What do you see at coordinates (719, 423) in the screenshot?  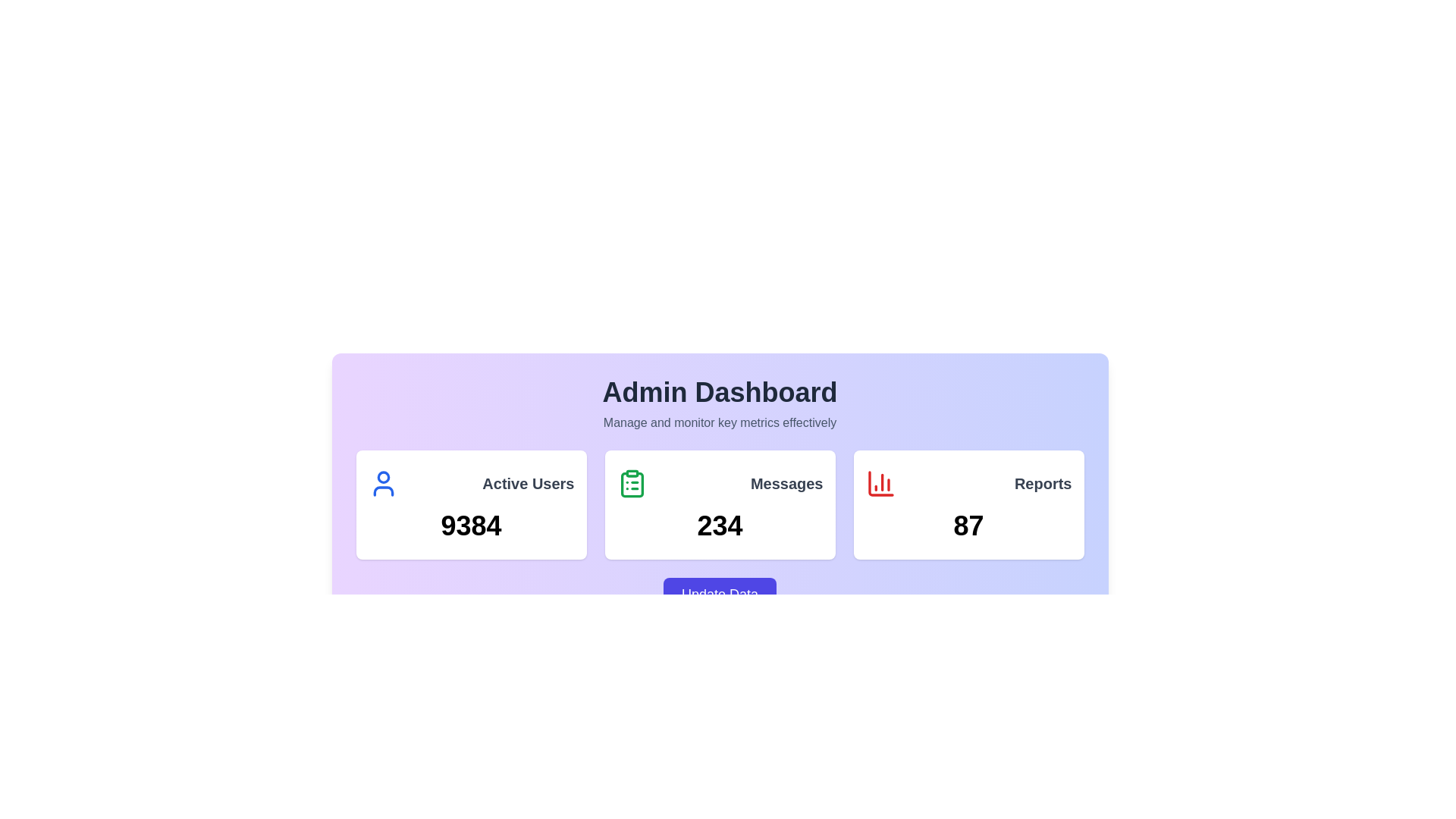 I see `the subtitle or description text located directly below the 'Admin Dashboard' heading, which provides additional context for the heading` at bounding box center [719, 423].